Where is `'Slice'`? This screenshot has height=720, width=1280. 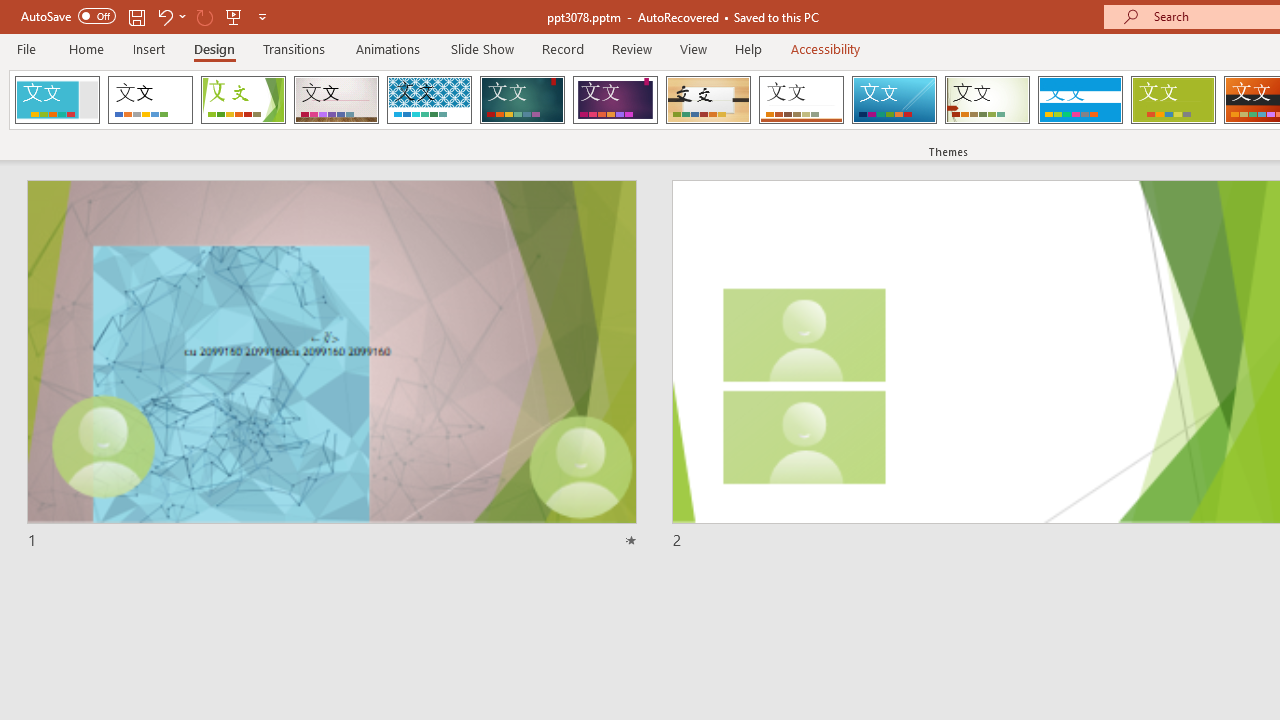 'Slice' is located at coordinates (893, 100).